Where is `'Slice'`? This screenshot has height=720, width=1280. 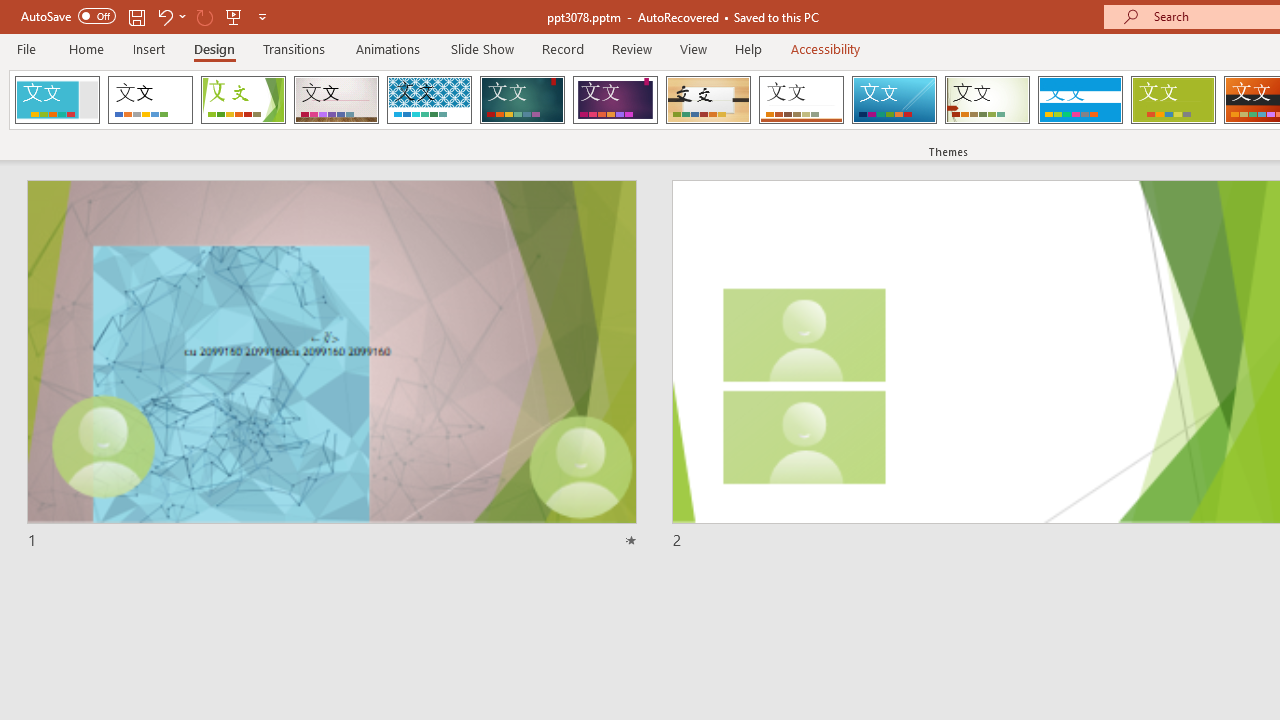 'Slice' is located at coordinates (893, 100).